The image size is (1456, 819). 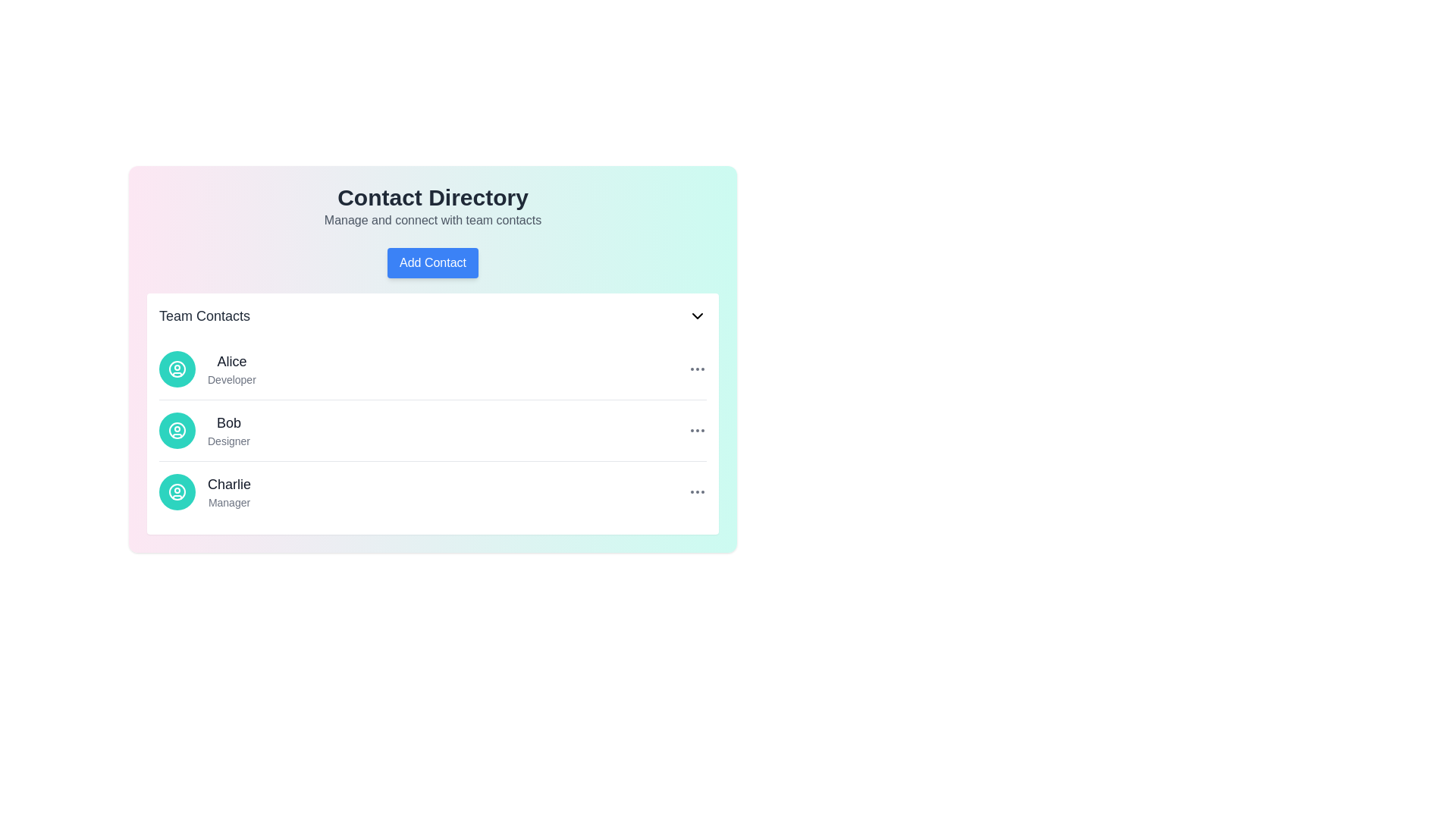 I want to click on the Text element displaying 'Bob - Designer', which is the second entry in a vertical list of team contacts, so click(x=228, y=430).